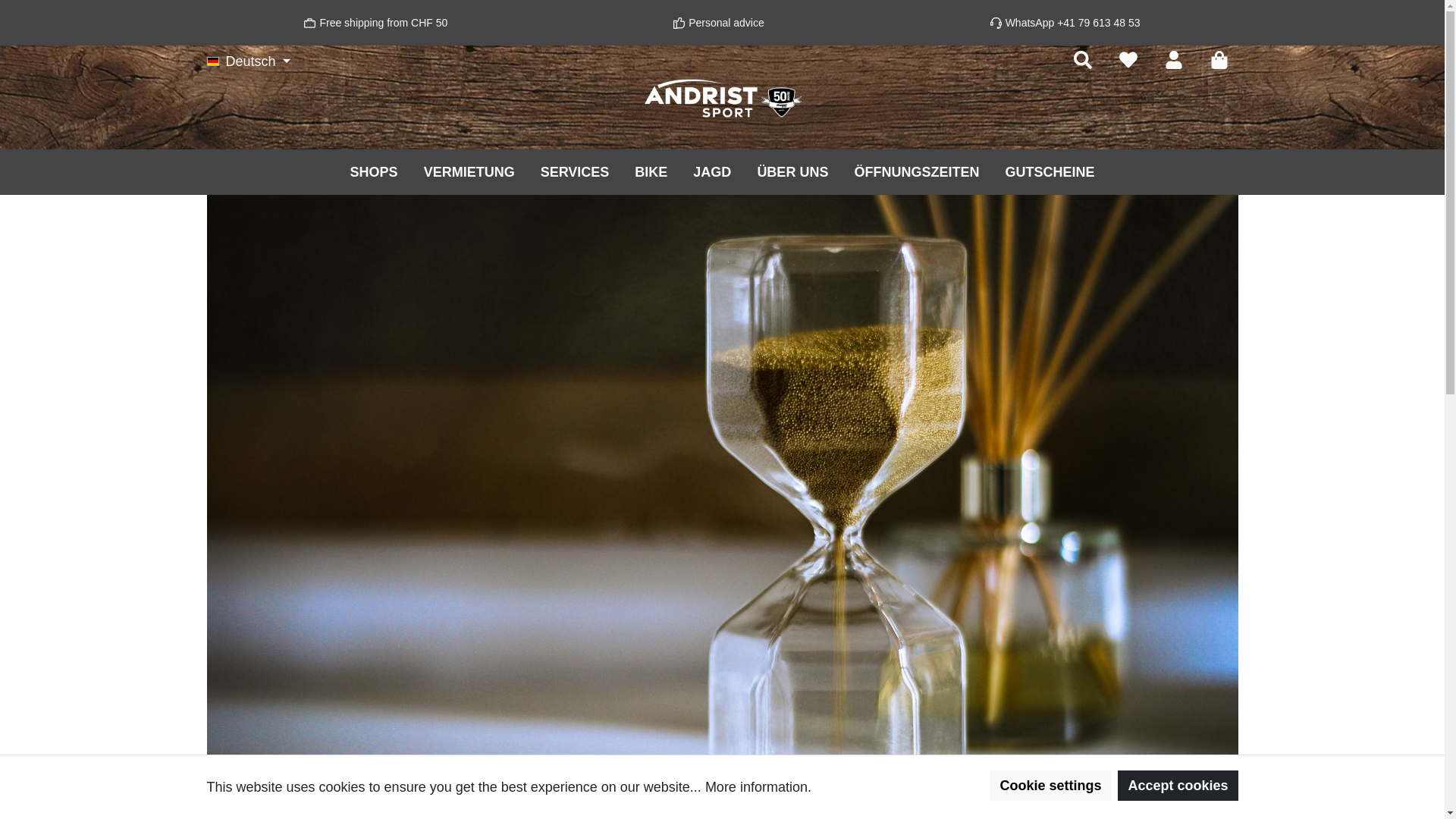 This screenshot has height=819, width=1456. I want to click on 'More information', so click(756, 786).